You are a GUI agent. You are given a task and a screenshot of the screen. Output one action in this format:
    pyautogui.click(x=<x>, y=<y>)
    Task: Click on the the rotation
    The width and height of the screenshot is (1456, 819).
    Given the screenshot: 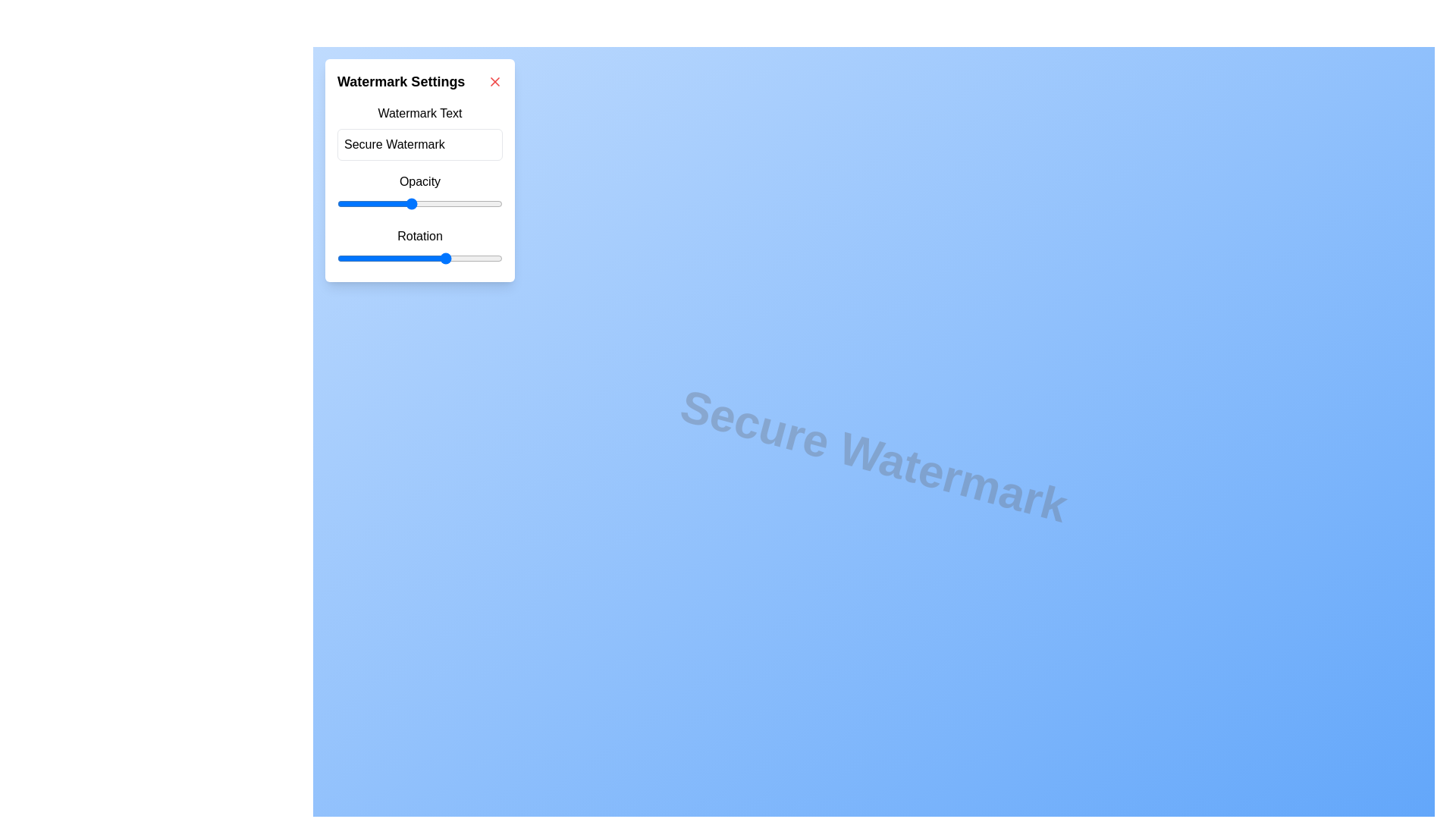 What is the action you would take?
    pyautogui.click(x=490, y=257)
    